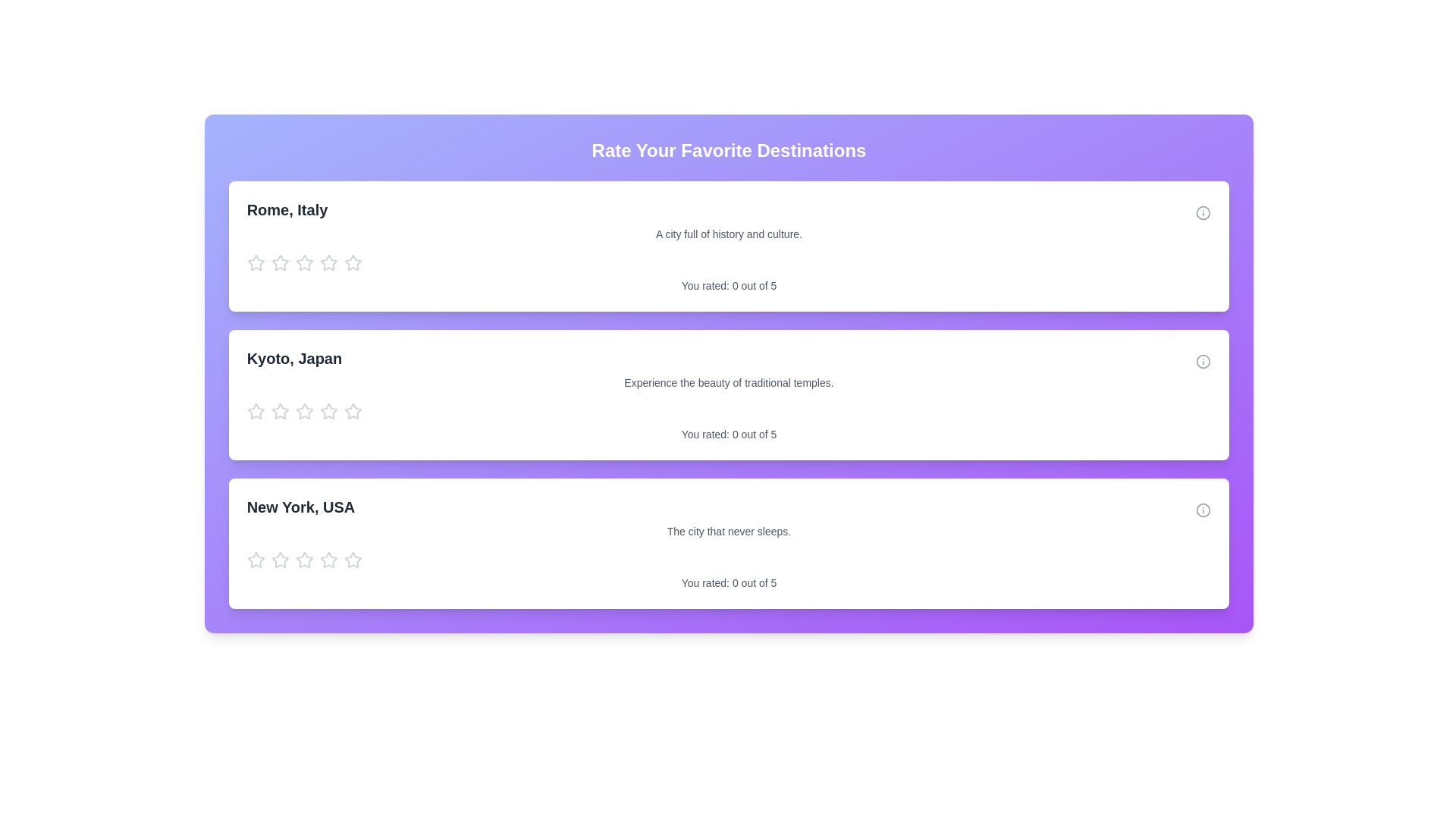 This screenshot has width=1456, height=819. Describe the element at coordinates (303, 560) in the screenshot. I see `the fourth star-shaped interactive rating icon, which is gray by default and turns yellow when hovered over, located beneath the text 'New York, USA'` at that location.